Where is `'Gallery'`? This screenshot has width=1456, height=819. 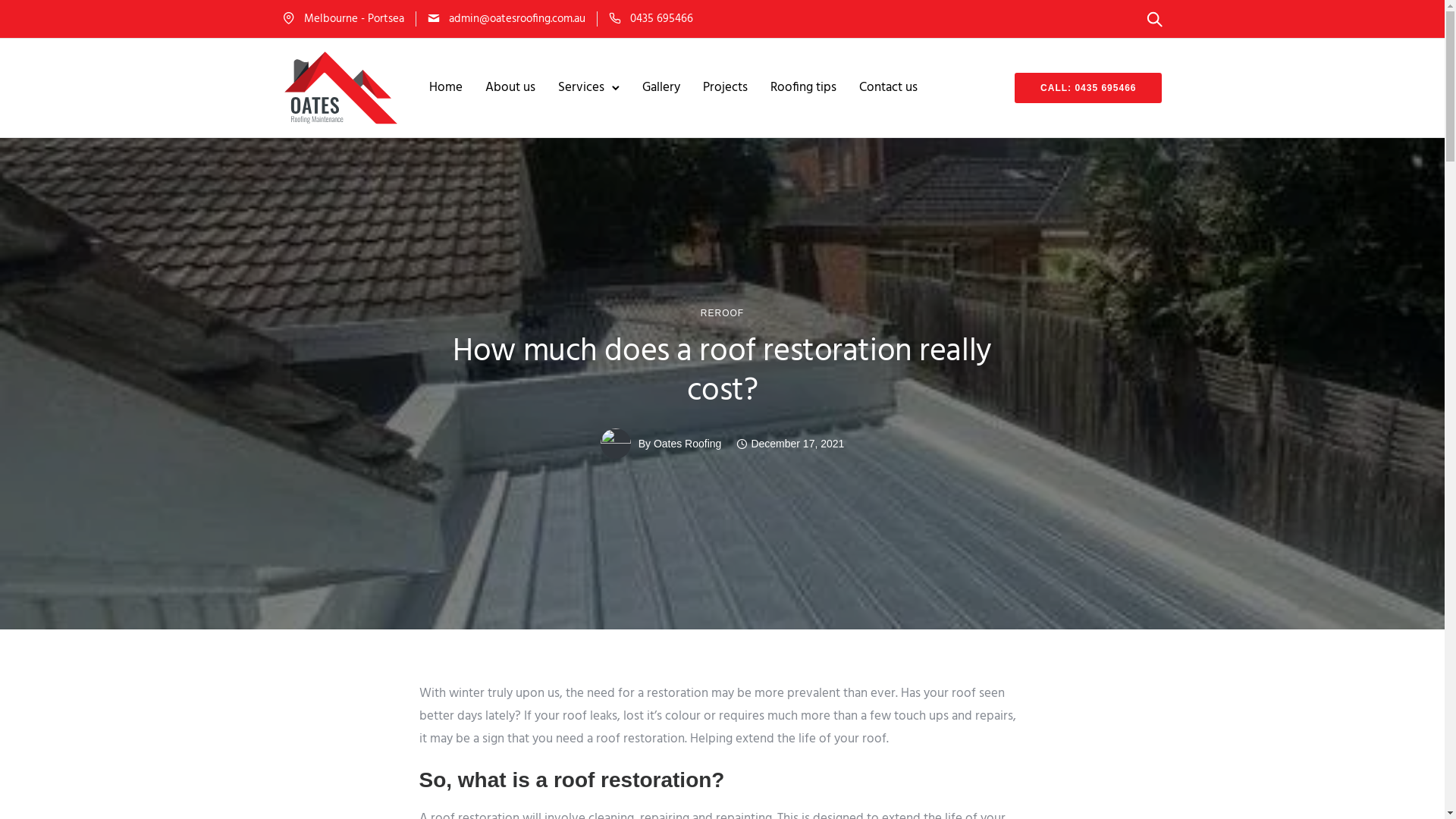
'Gallery' is located at coordinates (634, 87).